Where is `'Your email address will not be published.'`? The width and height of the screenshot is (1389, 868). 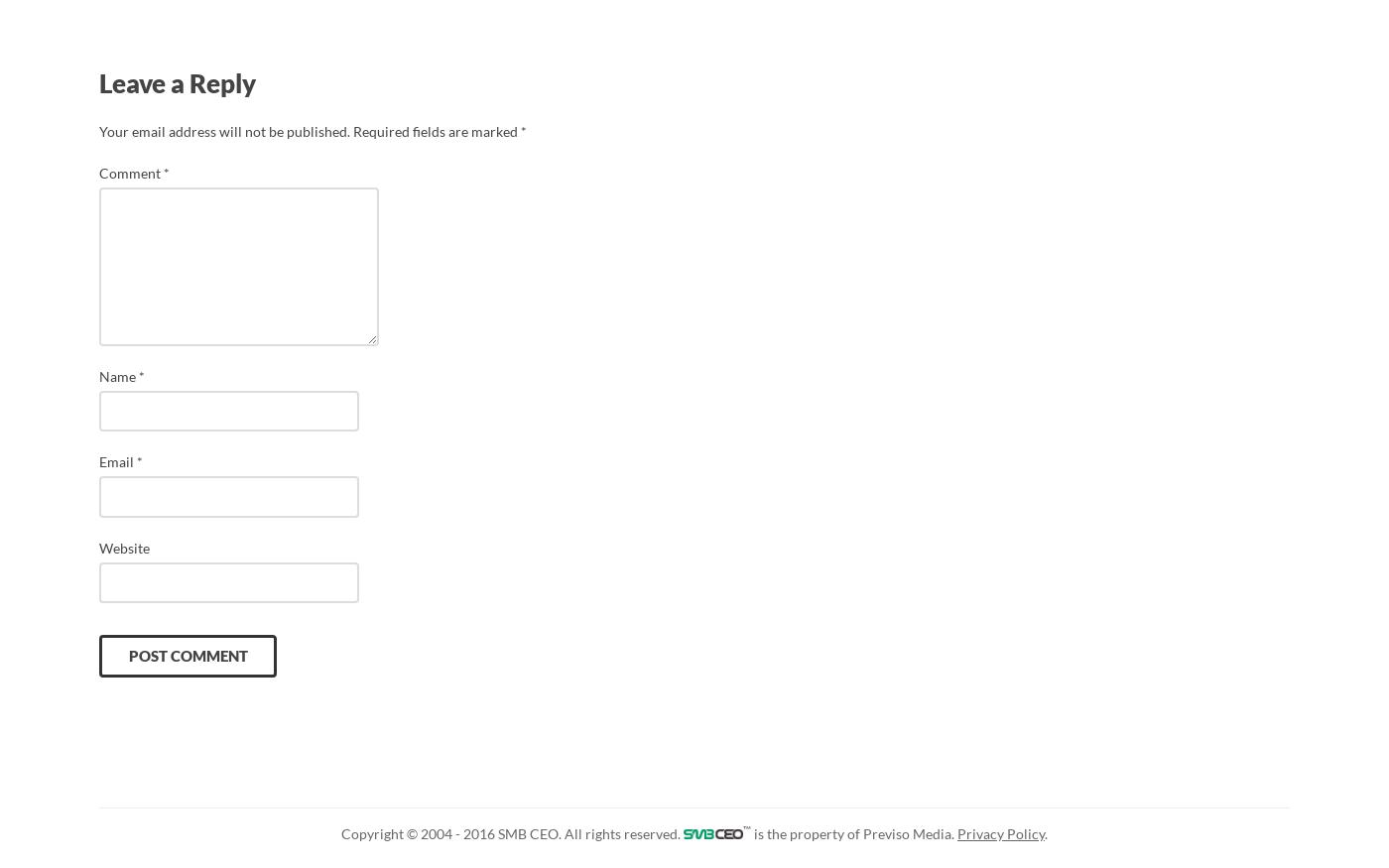 'Your email address will not be published.' is located at coordinates (224, 129).